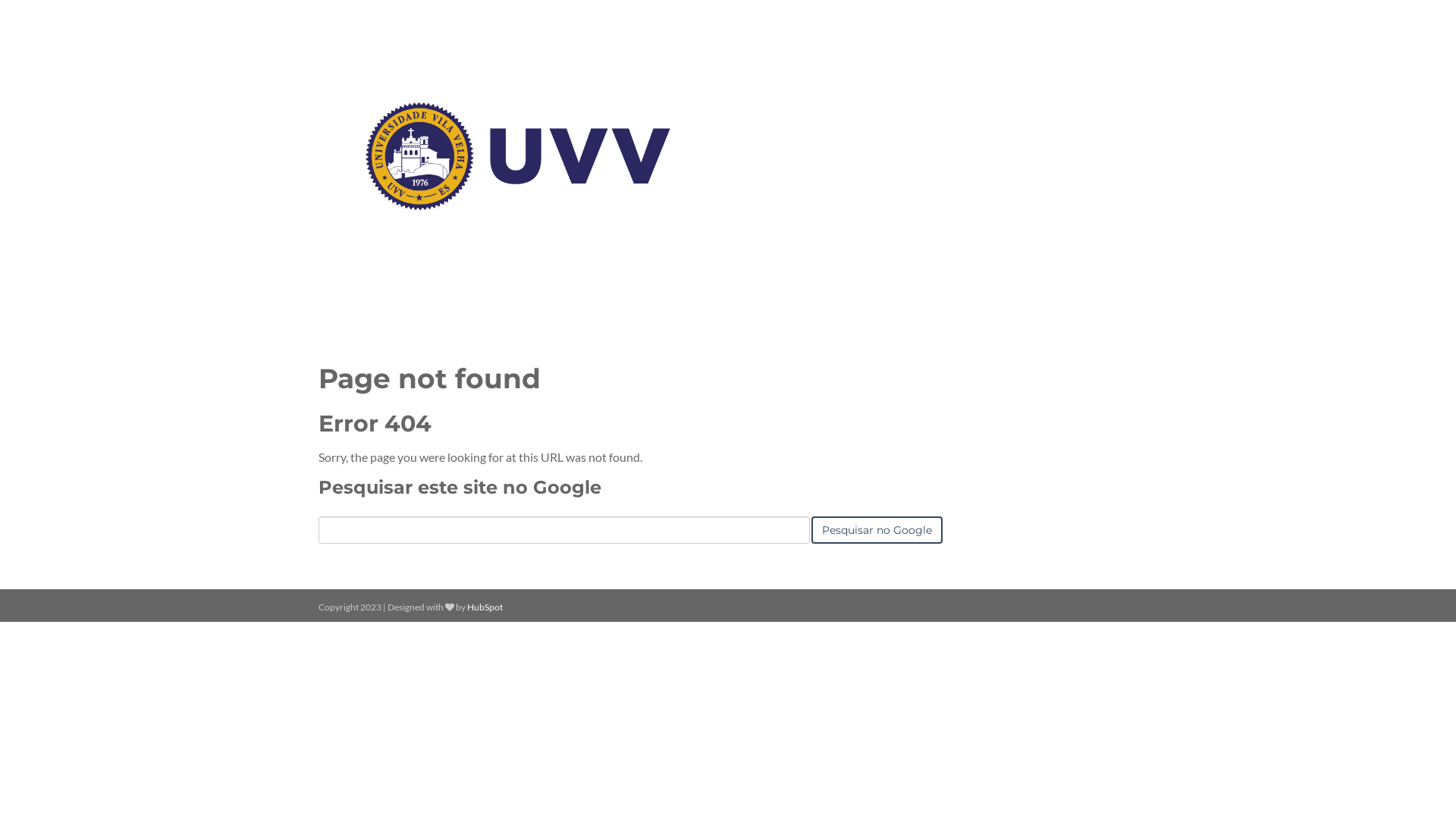 Image resolution: width=1456 pixels, height=819 pixels. I want to click on 'uvv-logo', so click(517, 155).